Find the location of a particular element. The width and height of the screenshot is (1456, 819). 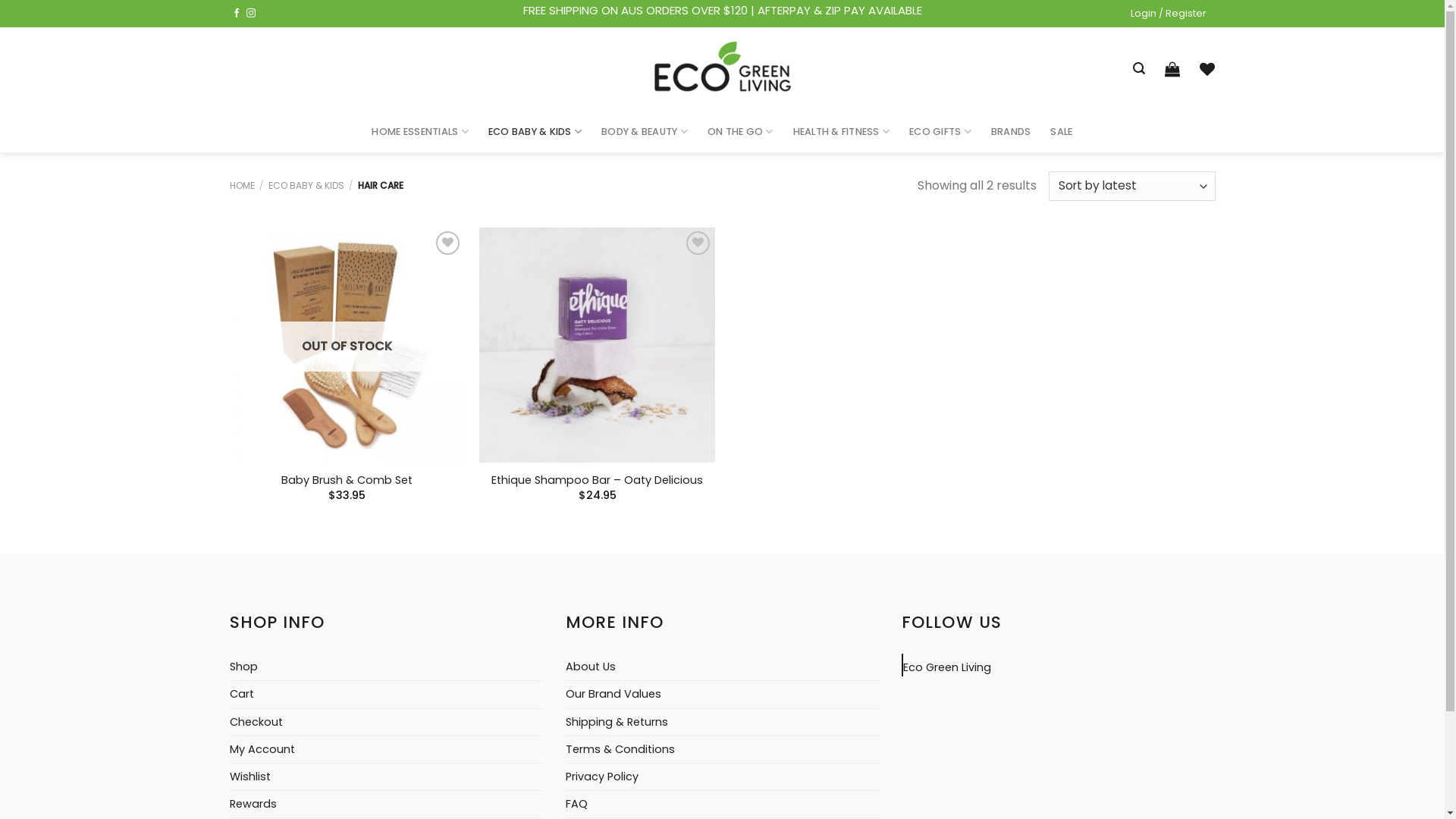

'Shop' is located at coordinates (228, 666).